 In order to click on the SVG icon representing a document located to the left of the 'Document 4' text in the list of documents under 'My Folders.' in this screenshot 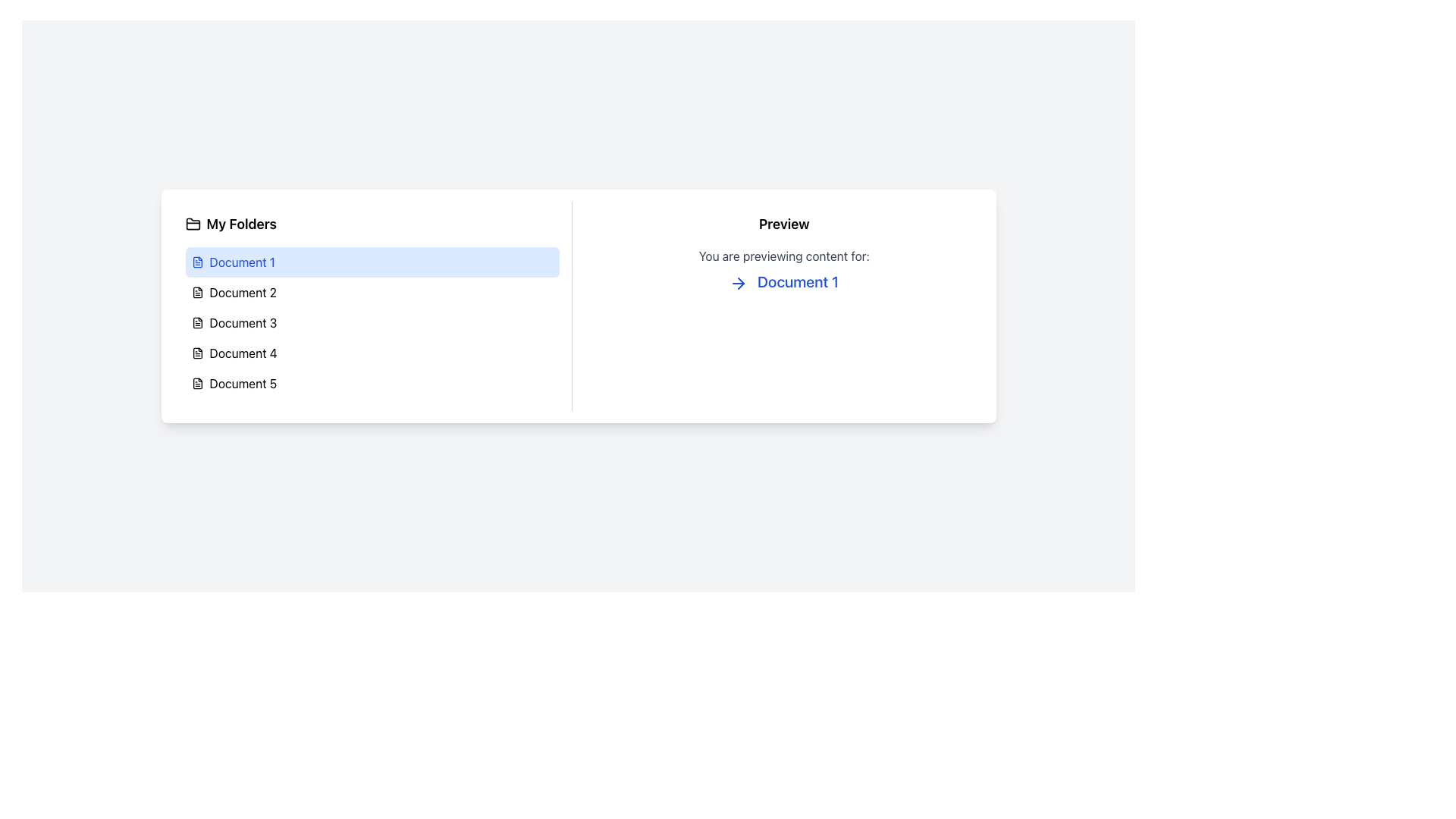, I will do `click(196, 353)`.